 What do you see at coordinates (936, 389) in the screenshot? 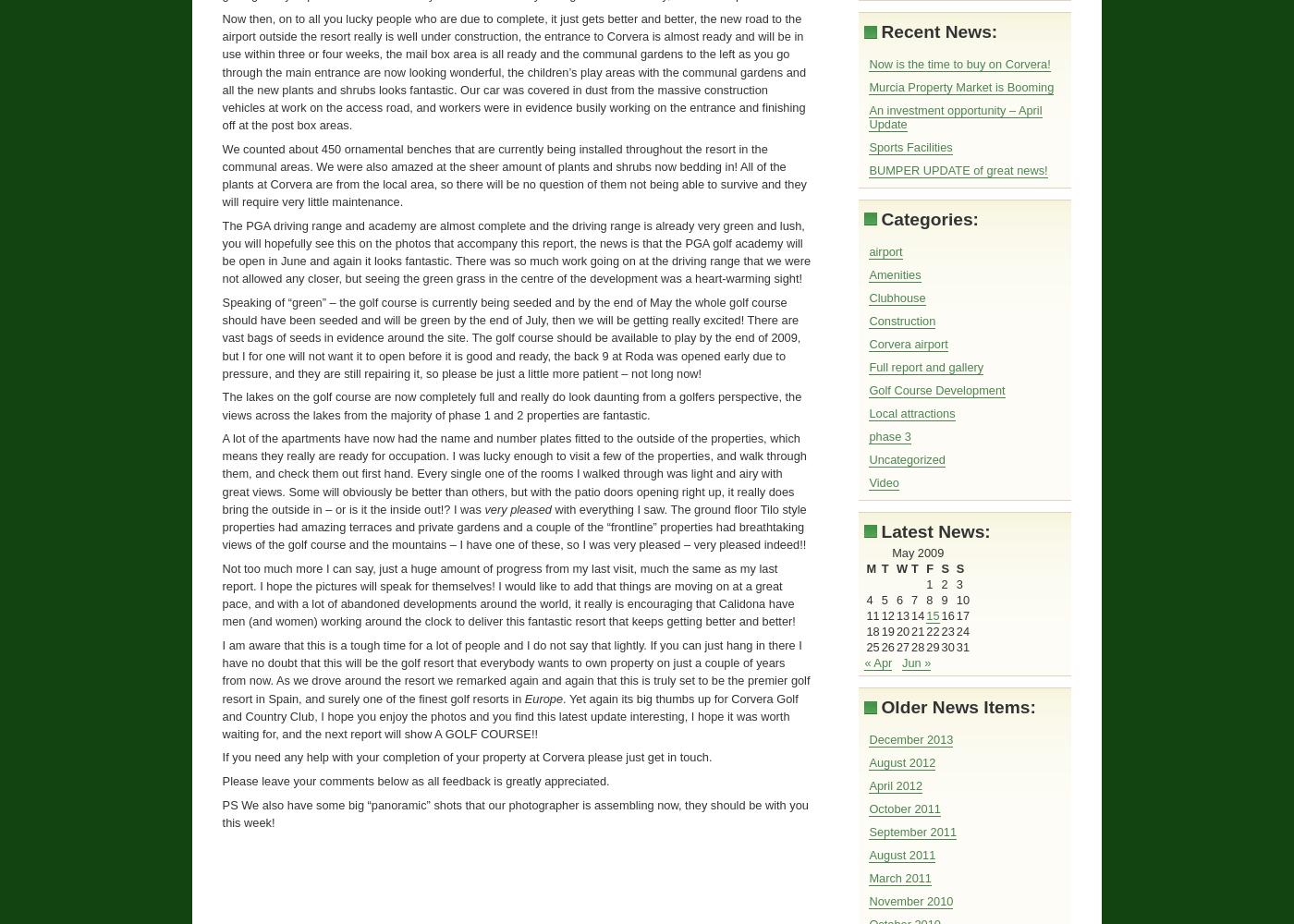
I see `'Golf Course Development'` at bounding box center [936, 389].